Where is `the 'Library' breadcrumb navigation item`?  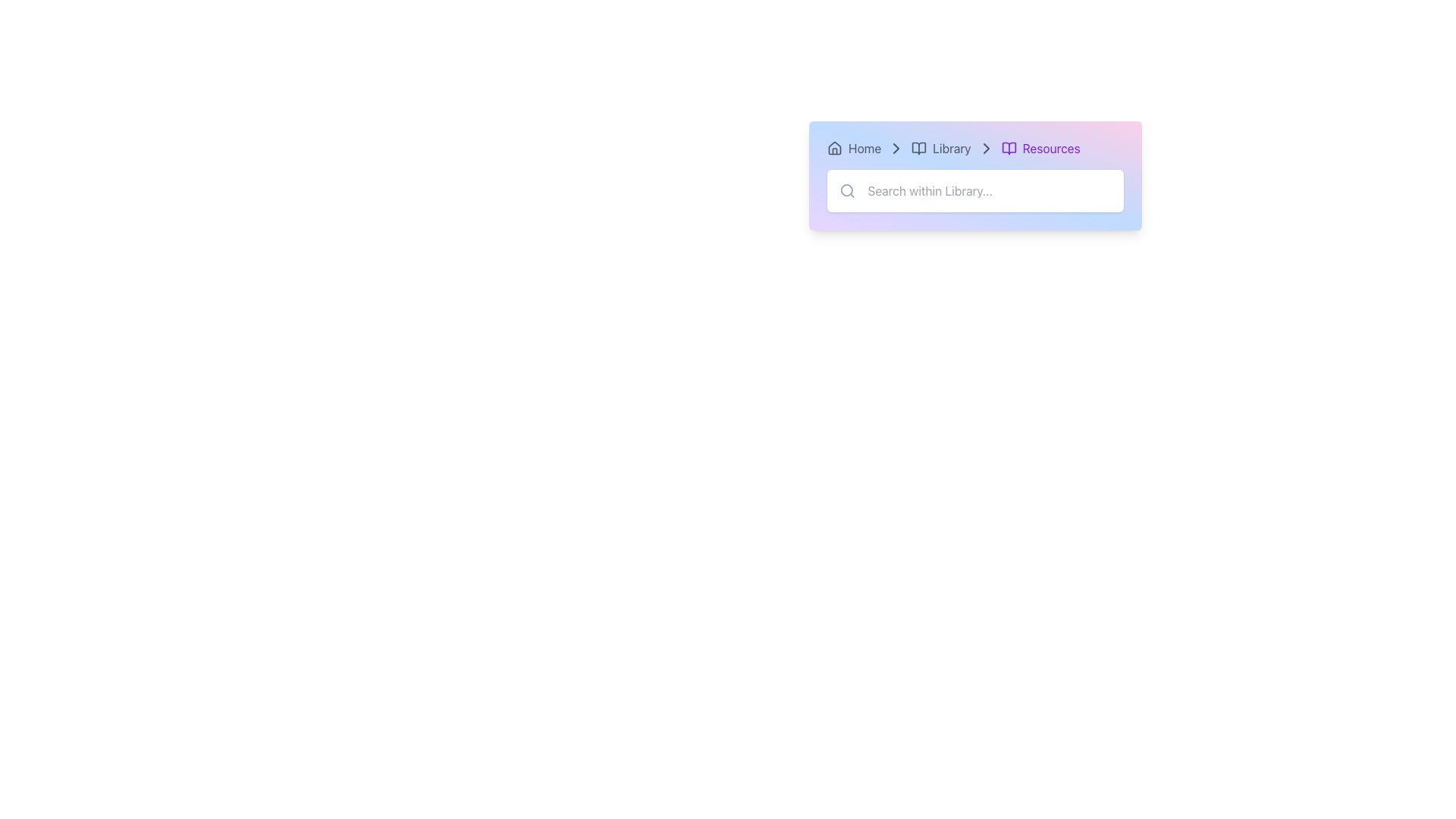 the 'Library' breadcrumb navigation item is located at coordinates (940, 149).